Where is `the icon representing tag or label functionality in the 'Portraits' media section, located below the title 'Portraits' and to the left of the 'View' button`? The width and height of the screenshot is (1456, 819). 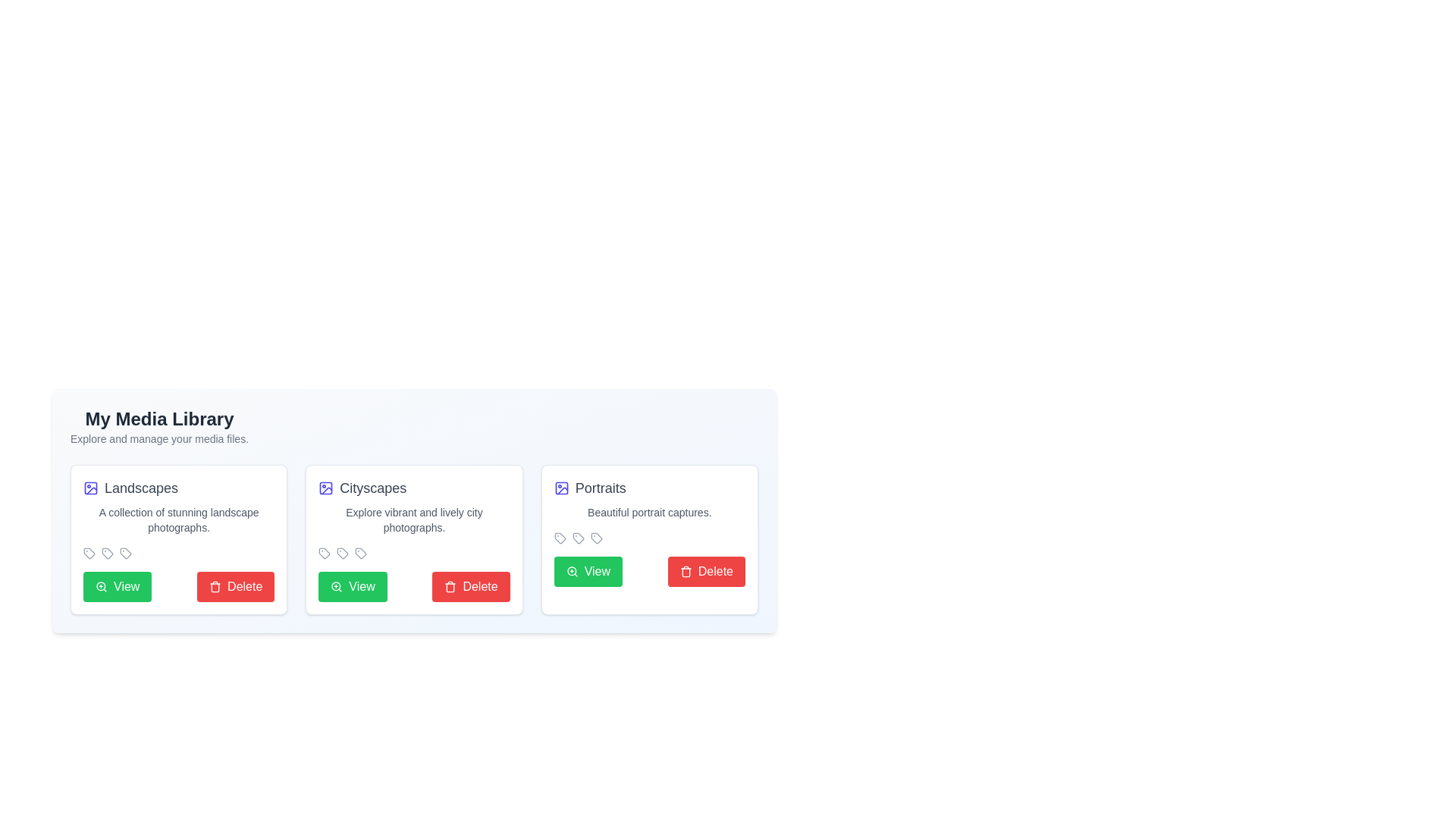 the icon representing tag or label functionality in the 'Portraits' media section, located below the title 'Portraits' and to the left of the 'View' button is located at coordinates (577, 537).